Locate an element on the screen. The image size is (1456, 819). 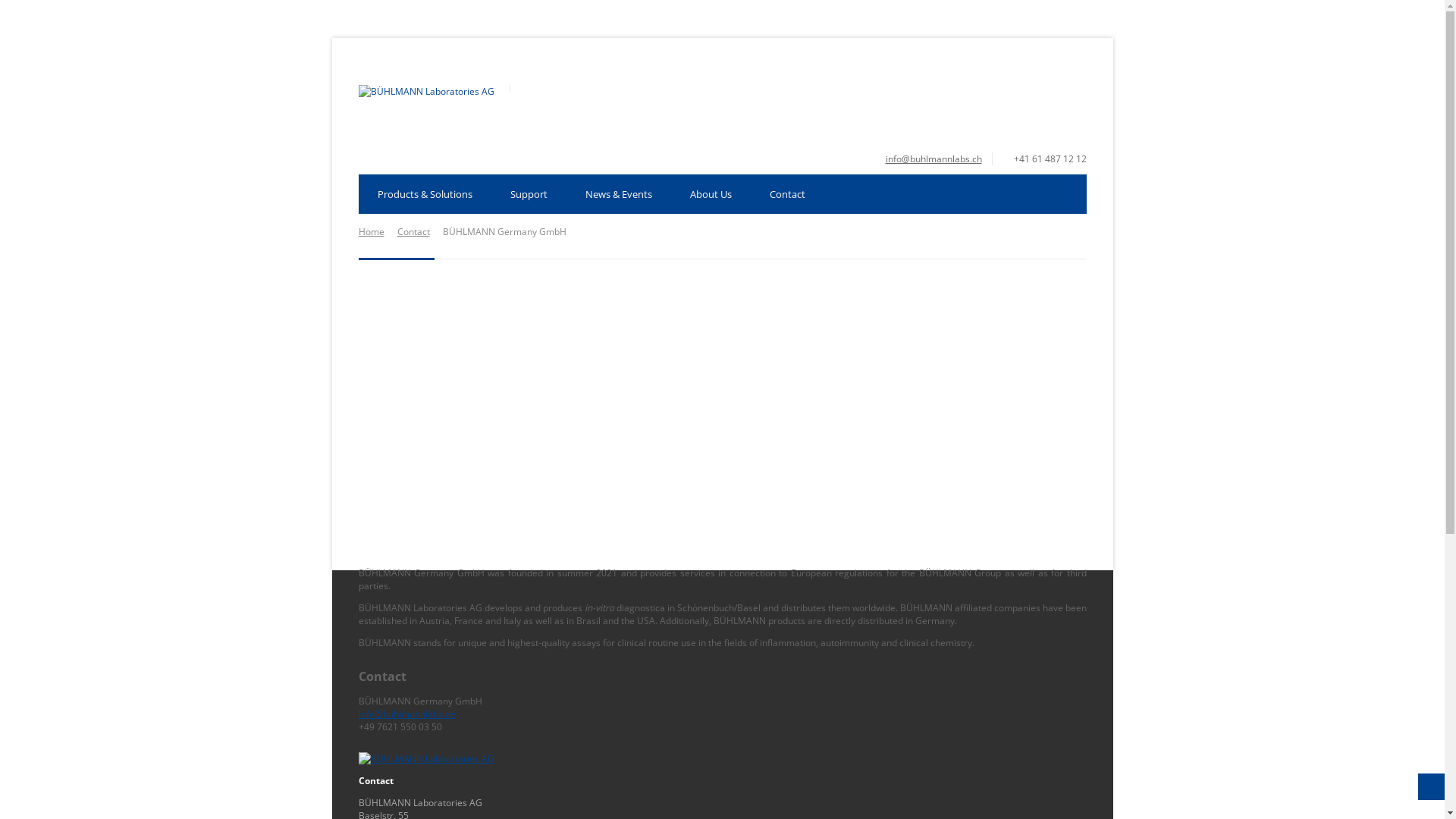
'Open Cookie Preferences' is located at coordinates (14, 799).